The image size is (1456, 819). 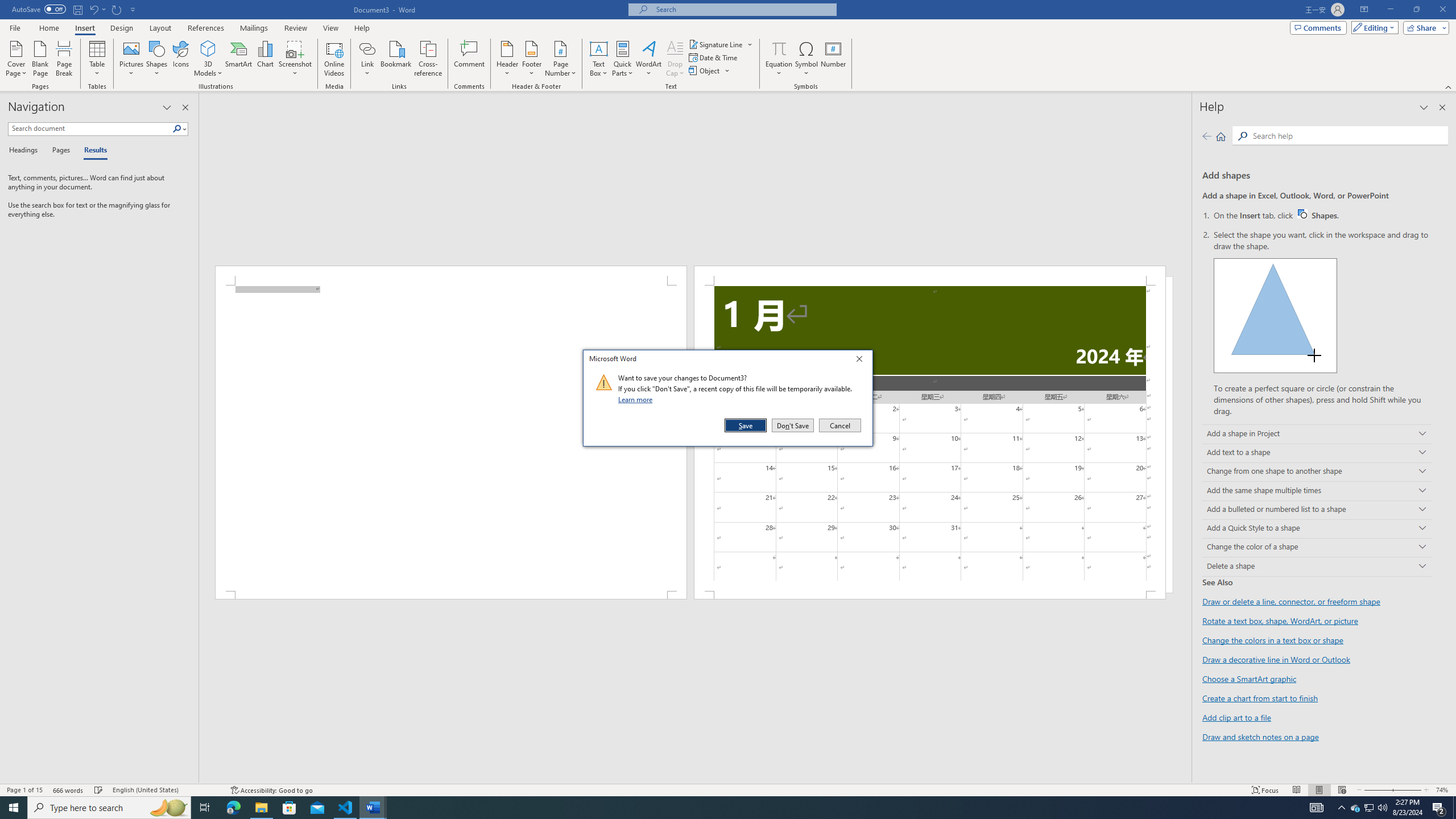 What do you see at coordinates (1342, 806) in the screenshot?
I see `'Notification Chevron'` at bounding box center [1342, 806].